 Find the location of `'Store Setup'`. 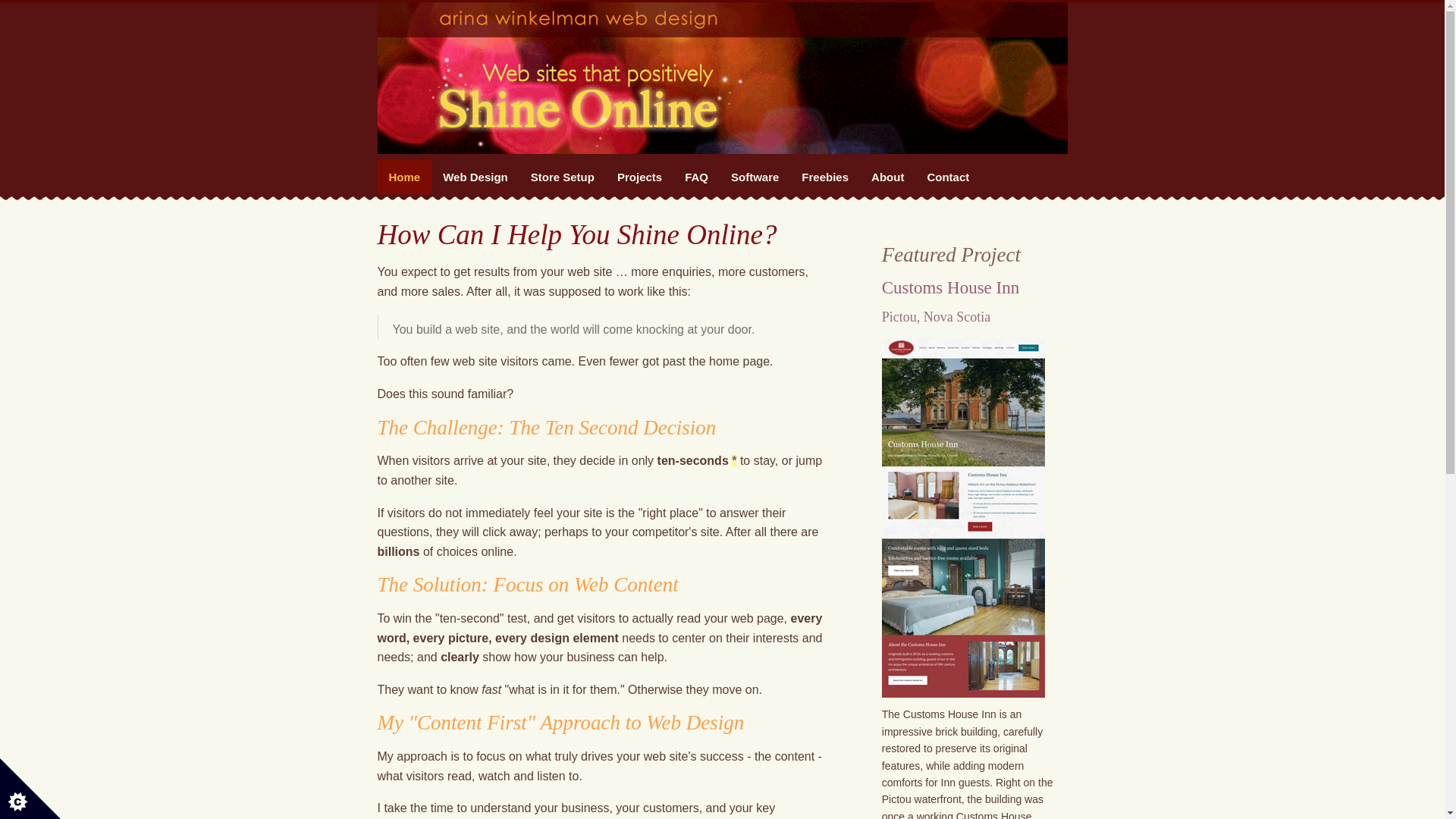

'Store Setup' is located at coordinates (562, 176).